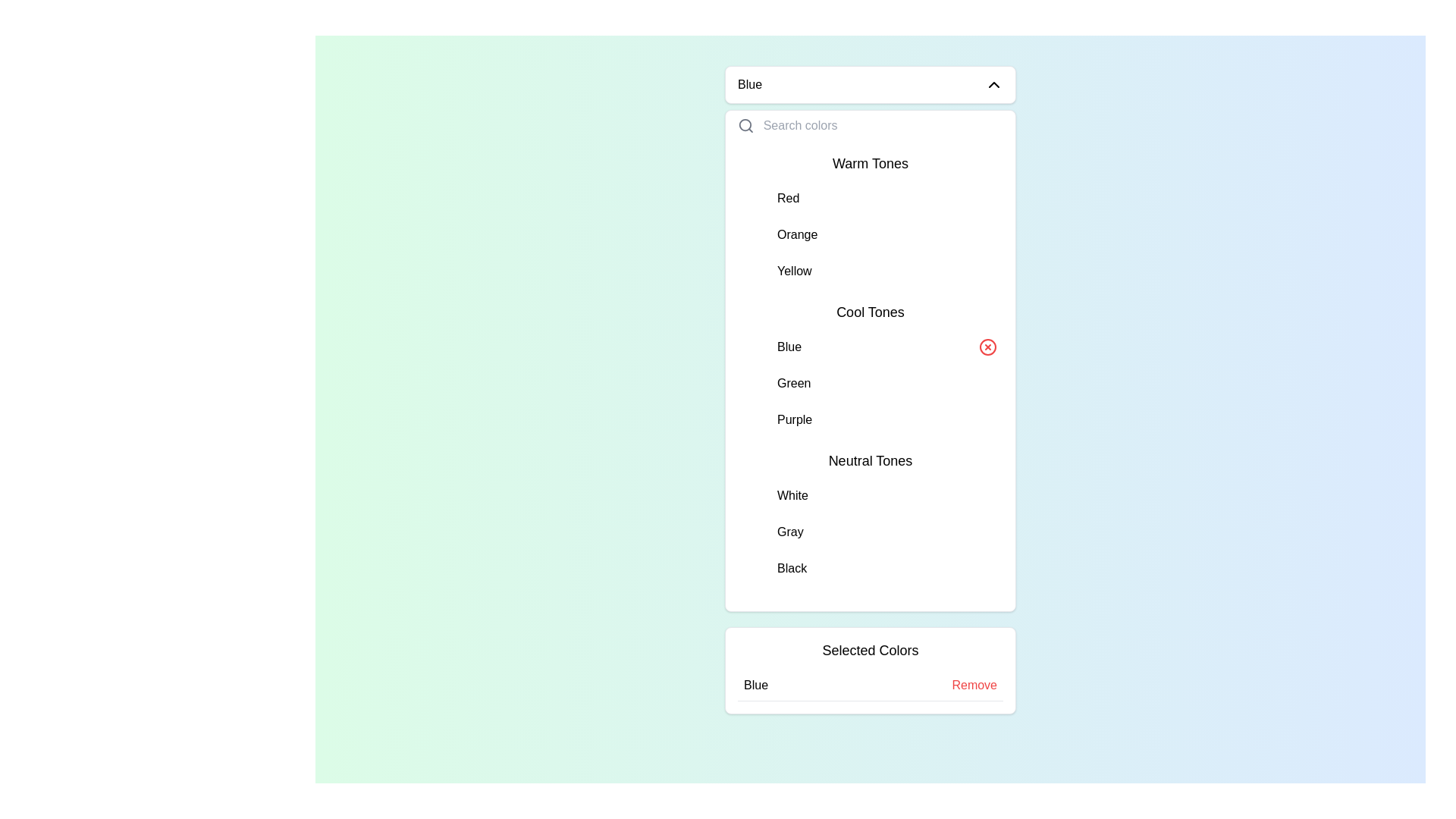 The width and height of the screenshot is (1456, 819). Describe the element at coordinates (987, 347) in the screenshot. I see `the 'remove' or 'delete' button to the right of the 'Blue' color item` at that location.